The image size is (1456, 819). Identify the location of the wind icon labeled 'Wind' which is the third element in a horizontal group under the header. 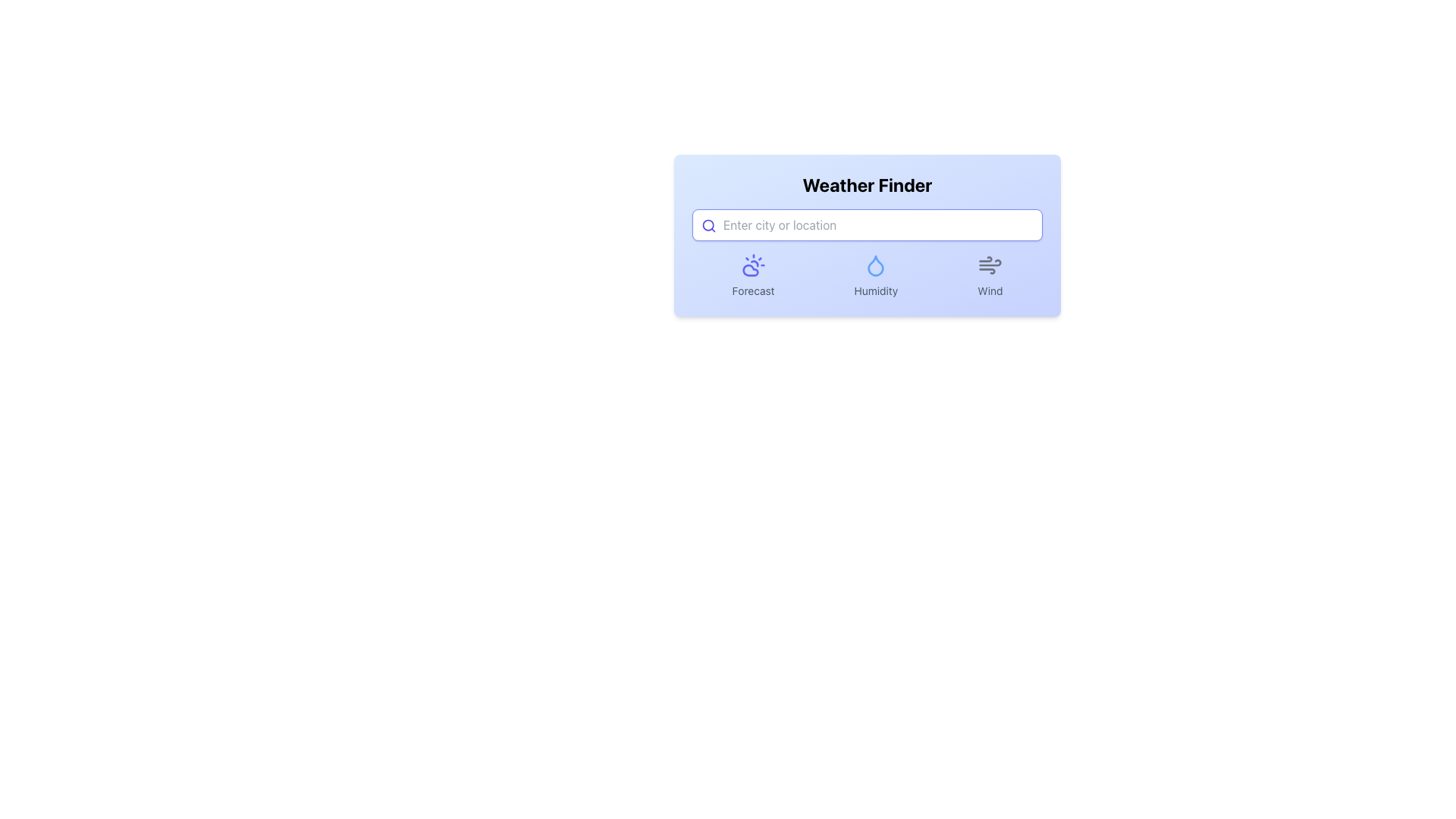
(990, 275).